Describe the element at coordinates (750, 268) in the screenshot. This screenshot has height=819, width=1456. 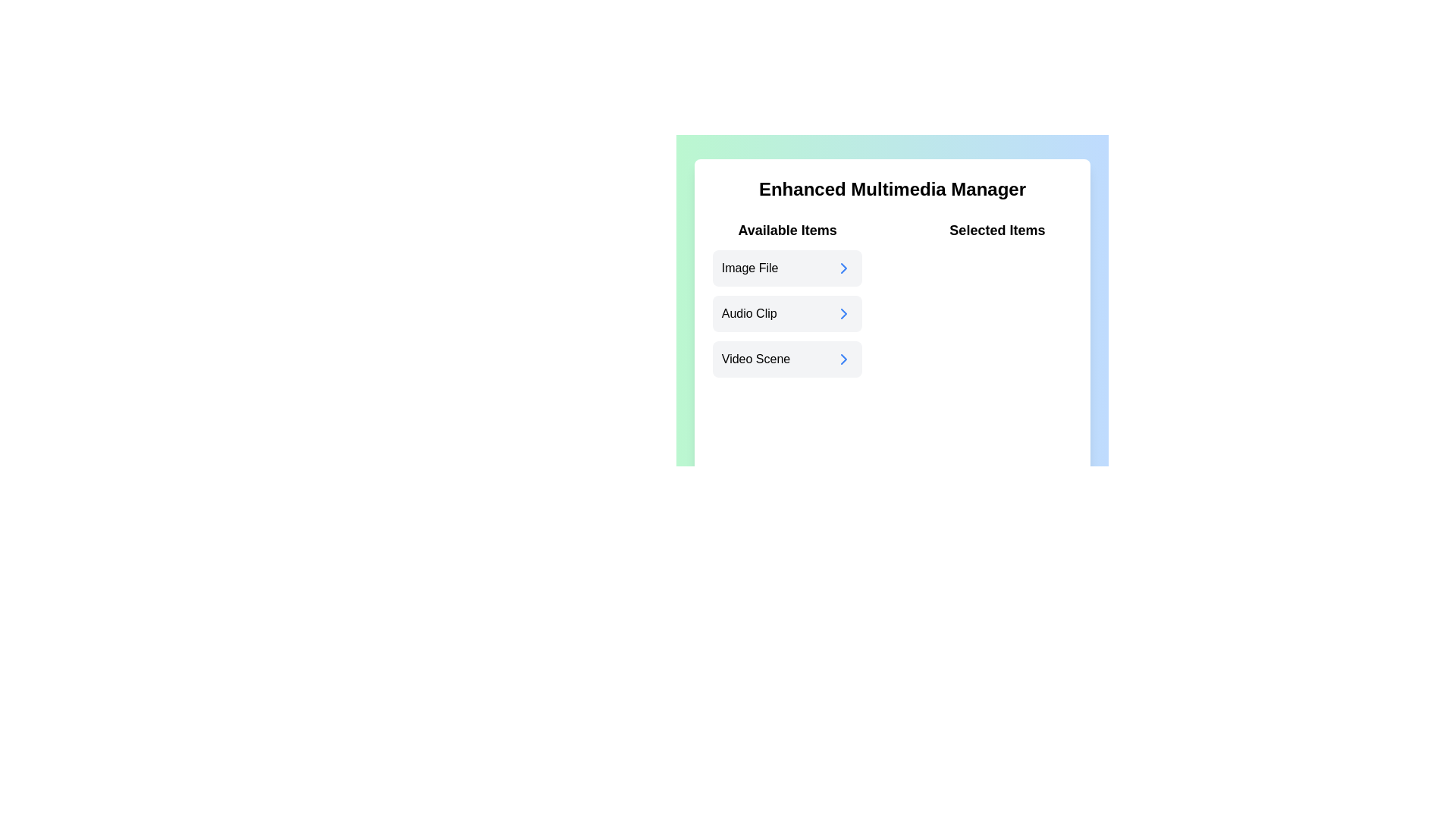
I see `the 'Image File' text label, which is styled in a medium-weight font and located under the 'Available Items' heading` at that location.